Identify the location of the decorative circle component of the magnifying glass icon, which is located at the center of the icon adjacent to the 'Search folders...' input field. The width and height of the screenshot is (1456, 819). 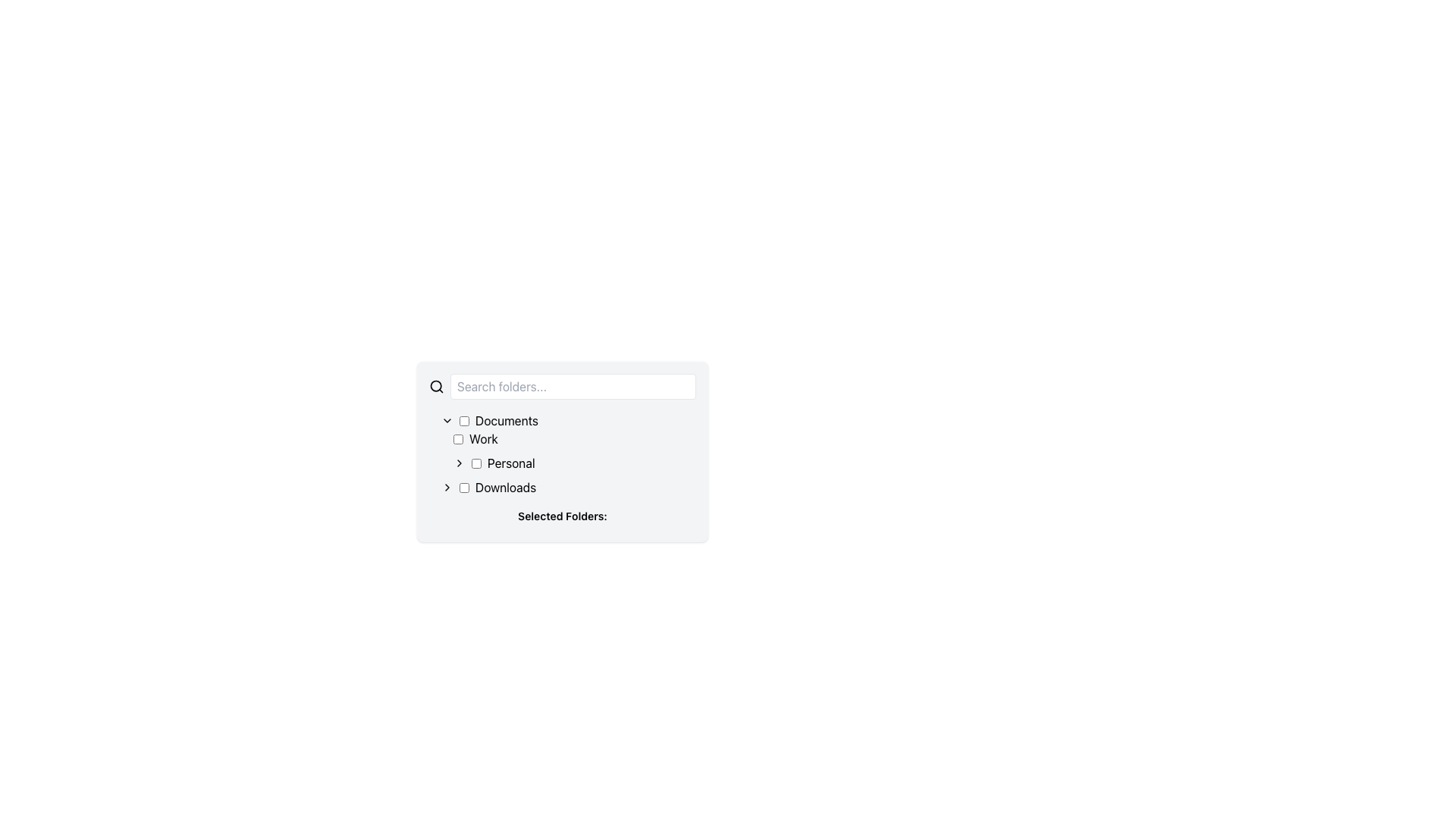
(435, 385).